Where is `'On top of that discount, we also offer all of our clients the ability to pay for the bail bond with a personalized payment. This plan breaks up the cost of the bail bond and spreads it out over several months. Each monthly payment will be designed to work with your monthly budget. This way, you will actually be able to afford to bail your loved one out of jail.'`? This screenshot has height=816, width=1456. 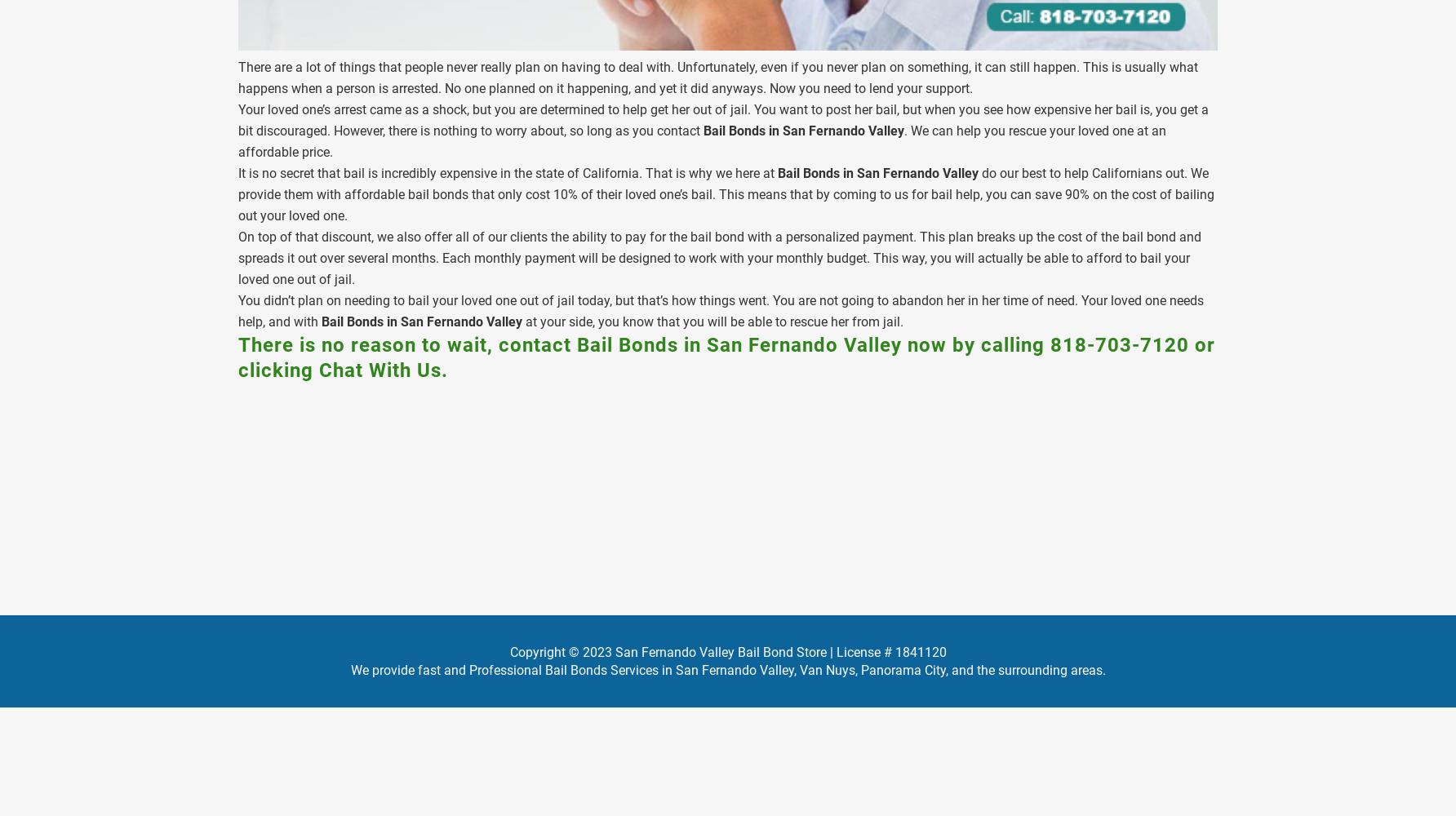
'On top of that discount, we also offer all of our clients the ability to pay for the bail bond with a personalized payment. This plan breaks up the cost of the bail bond and spreads it out over several months. Each monthly payment will be designed to work with your monthly budget. This way, you will actually be able to afford to bail your loved one out of jail.' is located at coordinates (719, 256).